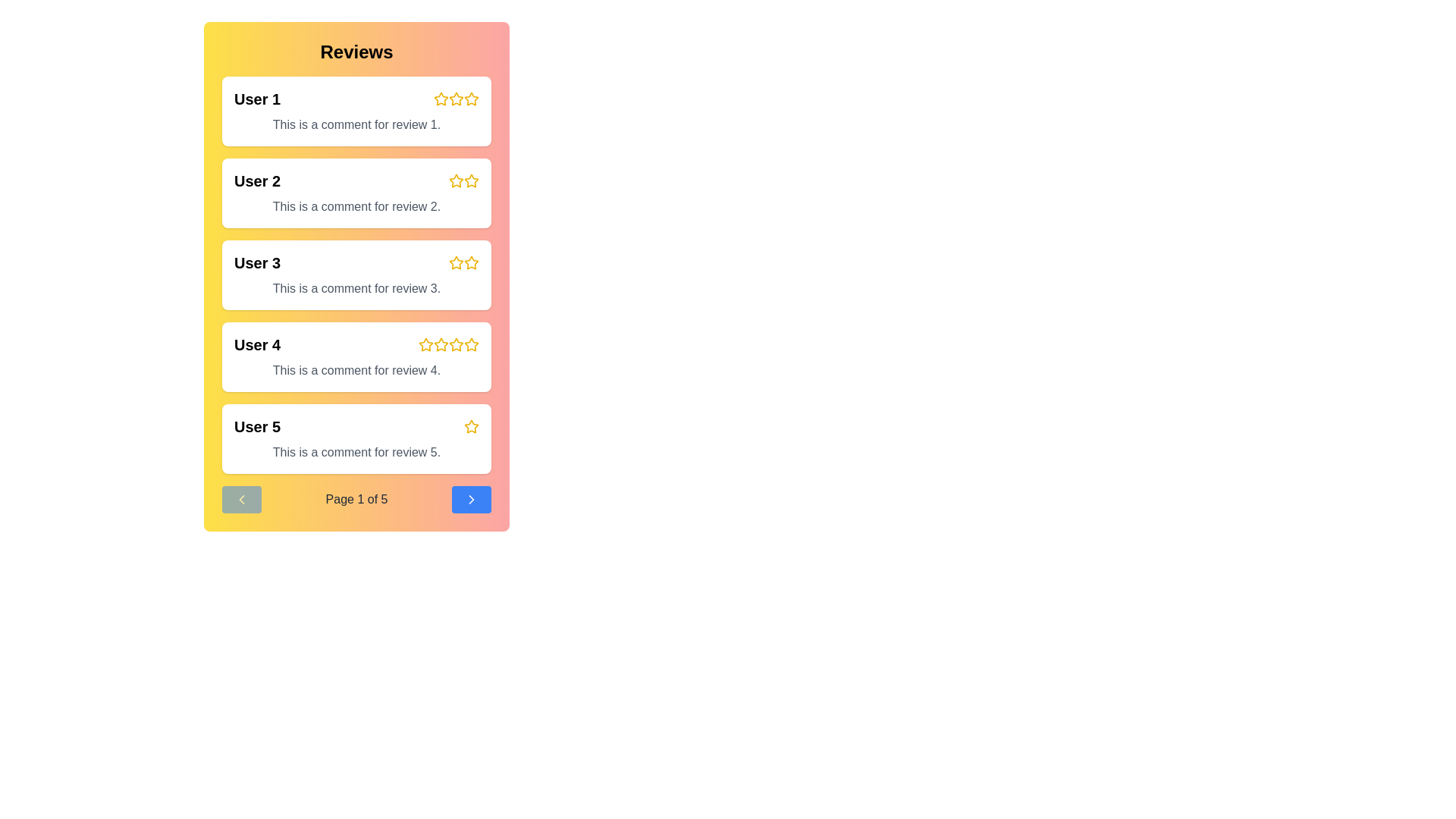  I want to click on the third golden star icon in the review section for 'User 3's review, which is styled in a modern geometric manner, so click(471, 262).